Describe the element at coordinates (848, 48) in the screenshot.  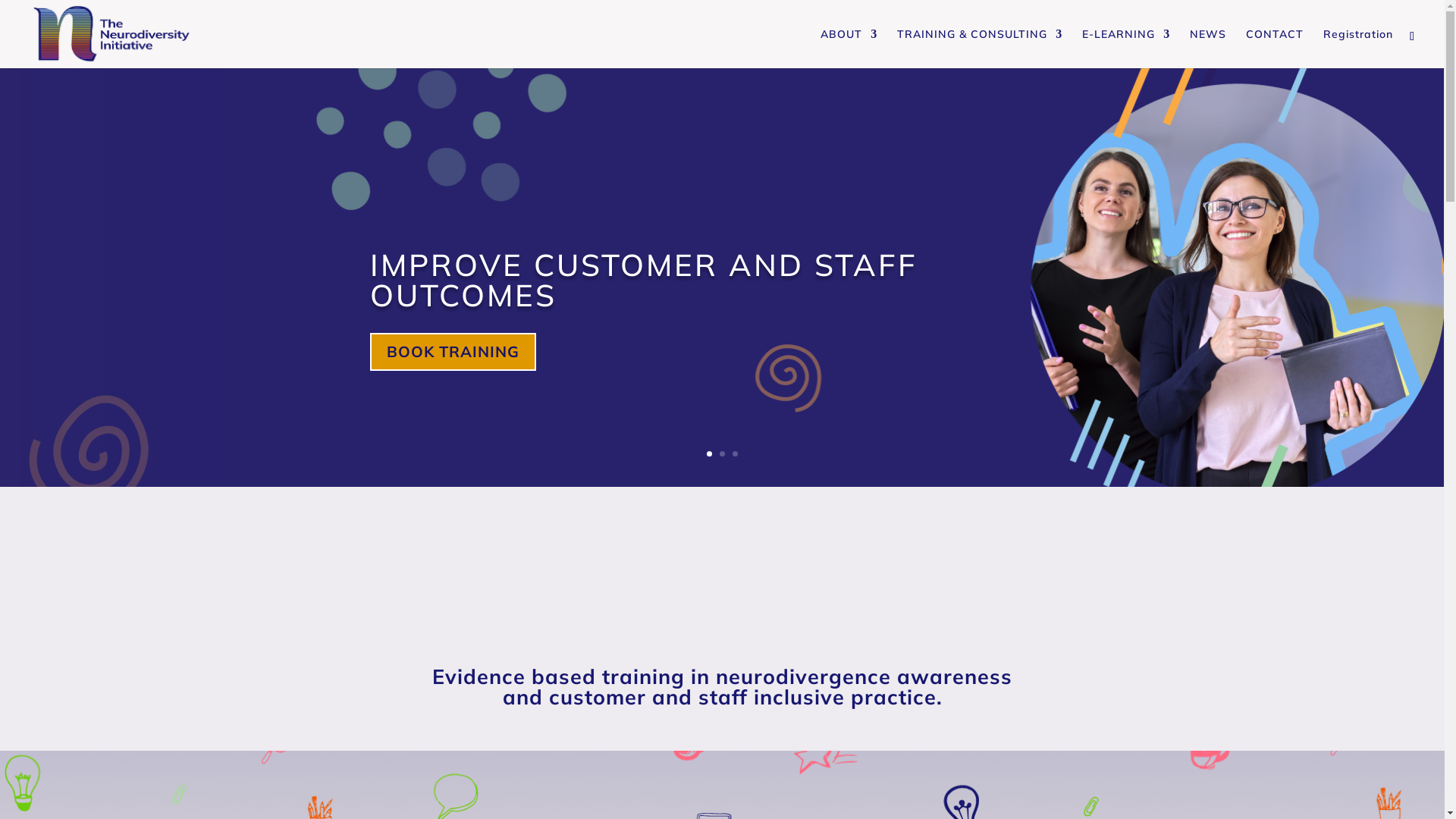
I see `'ABOUT'` at that location.